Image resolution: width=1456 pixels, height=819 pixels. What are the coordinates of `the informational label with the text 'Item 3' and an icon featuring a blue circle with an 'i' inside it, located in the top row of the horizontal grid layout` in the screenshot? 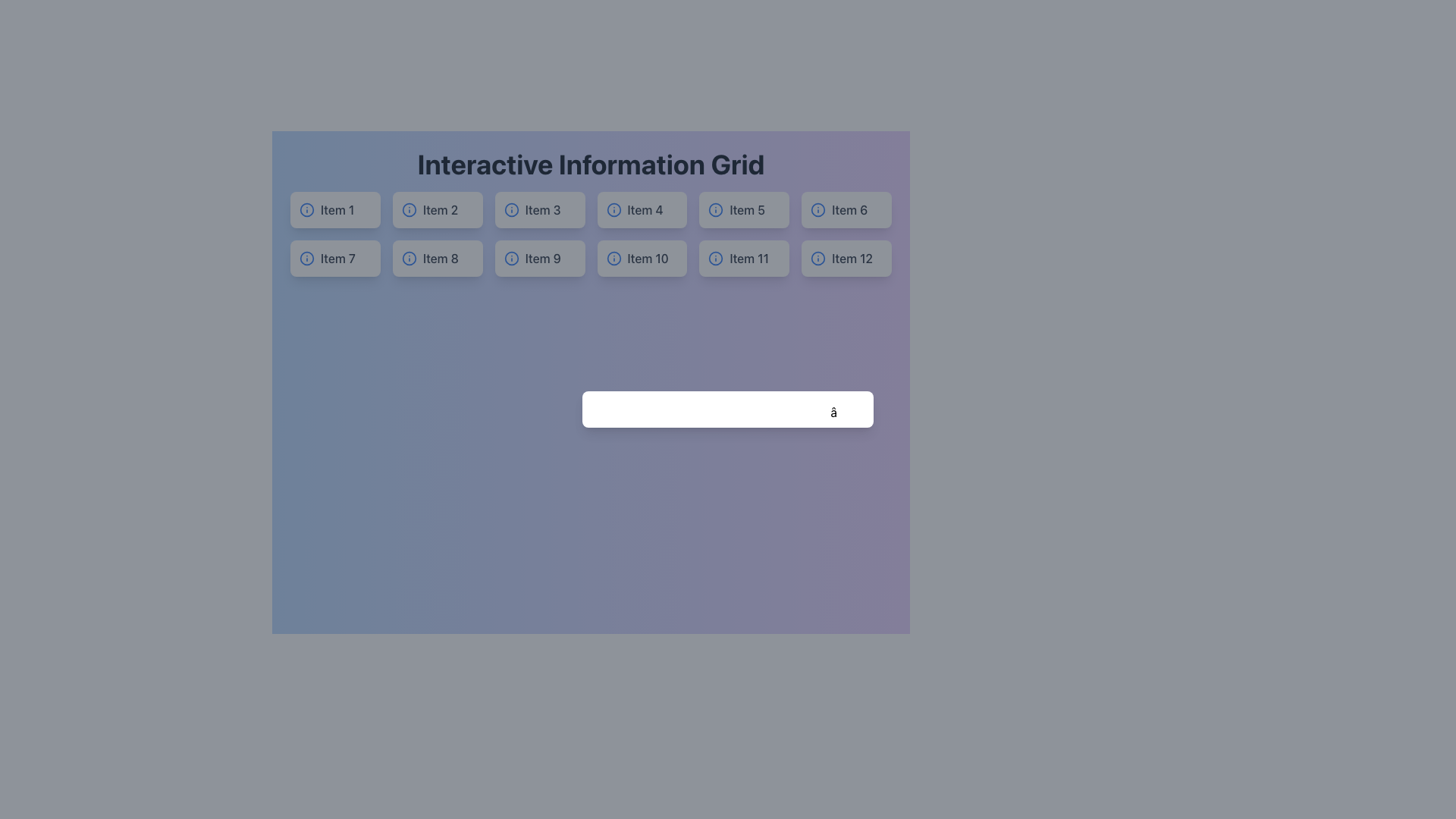 It's located at (540, 210).